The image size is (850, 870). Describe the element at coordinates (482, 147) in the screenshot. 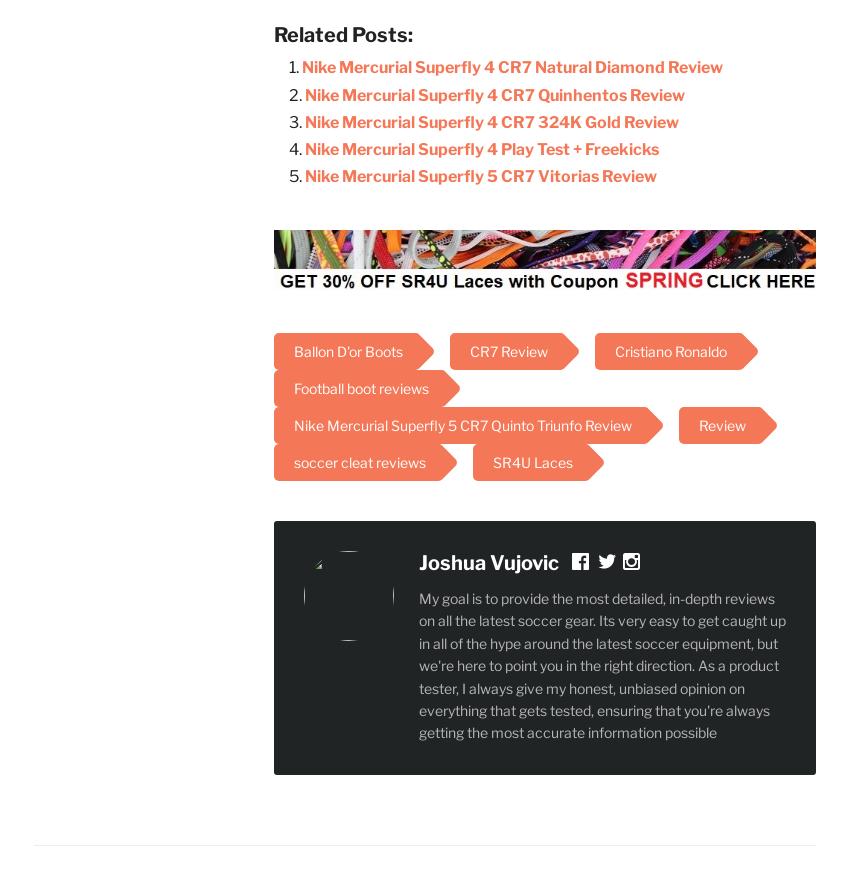

I see `'Nike Mercurial Superfly 4 Play Test + Freekicks'` at that location.